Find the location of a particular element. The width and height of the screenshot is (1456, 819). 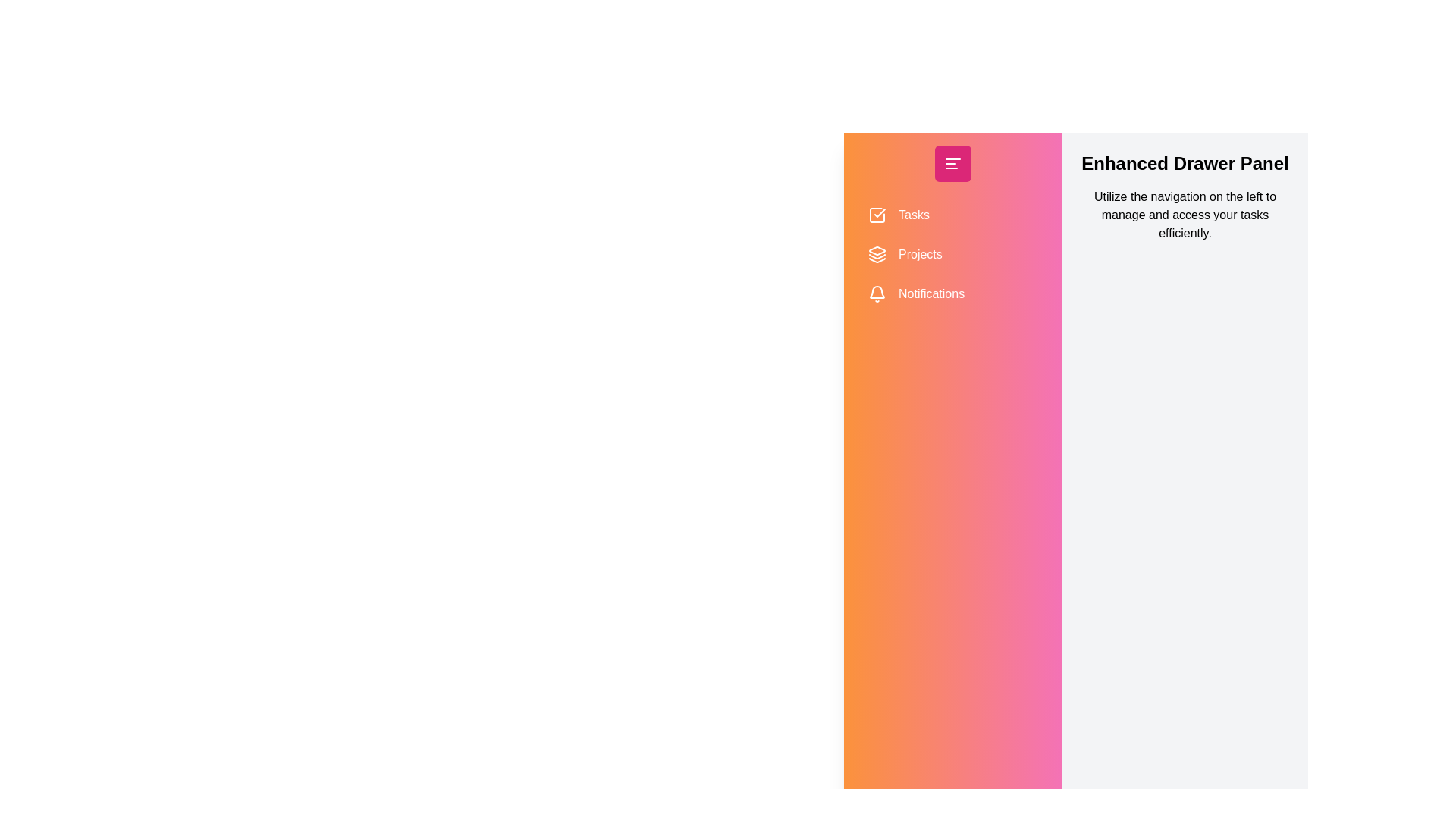

the navigation item Tasks to interact with it is located at coordinates (952, 215).